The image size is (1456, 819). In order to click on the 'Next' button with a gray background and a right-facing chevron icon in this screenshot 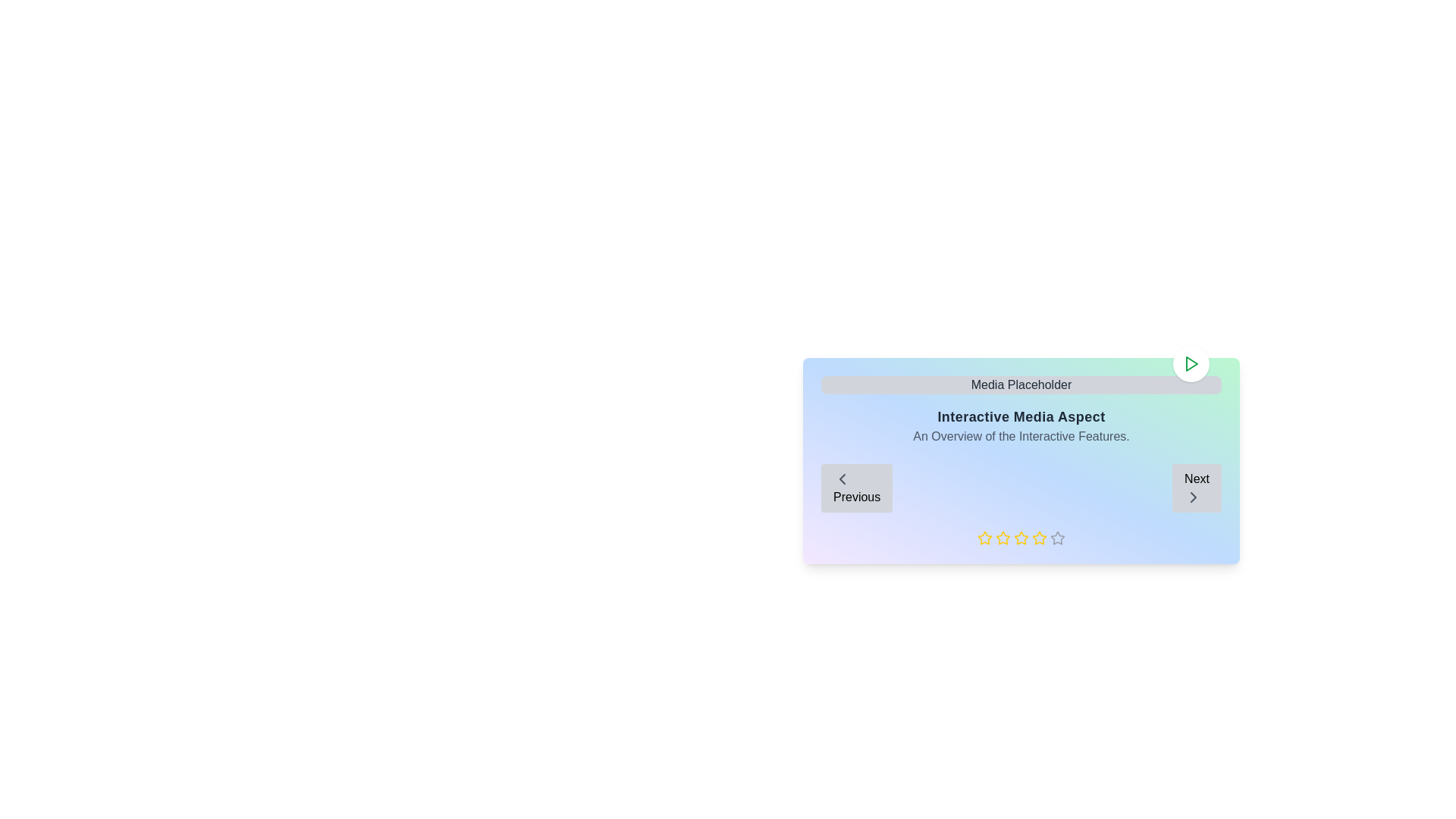, I will do `click(1196, 488)`.